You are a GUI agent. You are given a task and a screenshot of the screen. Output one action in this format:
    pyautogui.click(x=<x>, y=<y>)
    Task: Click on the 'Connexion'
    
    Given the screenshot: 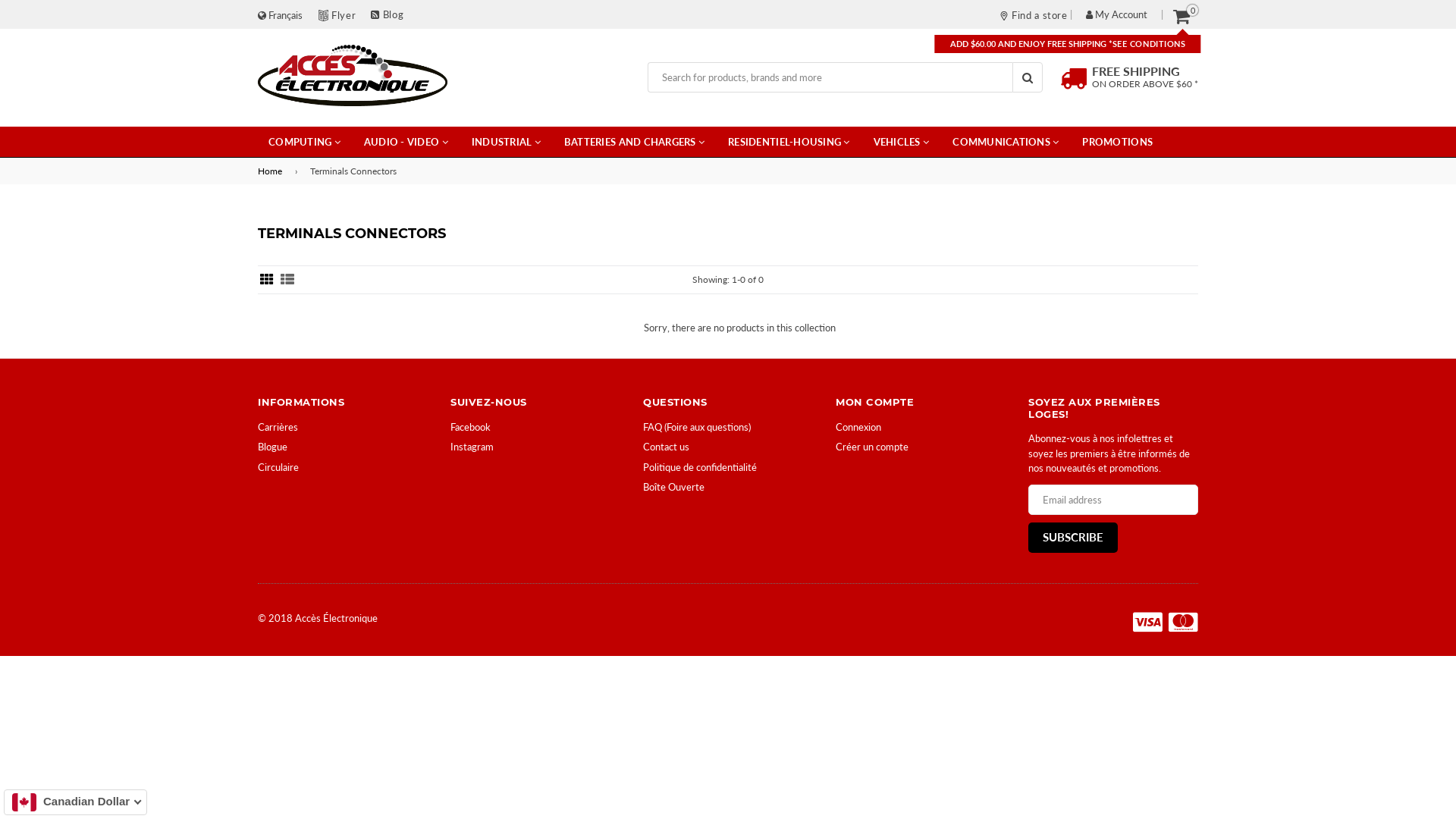 What is the action you would take?
    pyautogui.click(x=858, y=427)
    